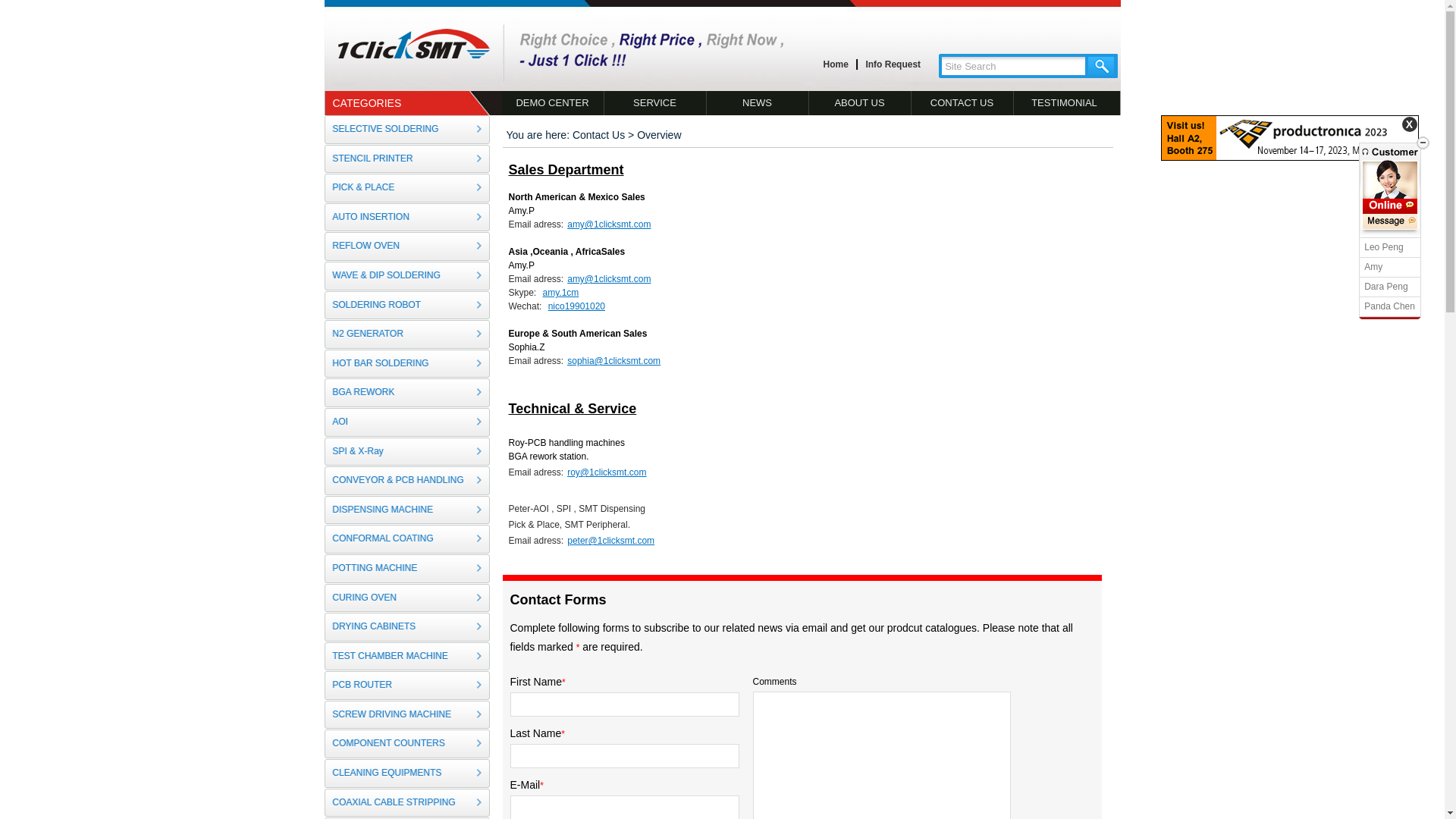 The image size is (1456, 819). Describe the element at coordinates (407, 742) in the screenshot. I see `'COMPONENT COUNTERS'` at that location.